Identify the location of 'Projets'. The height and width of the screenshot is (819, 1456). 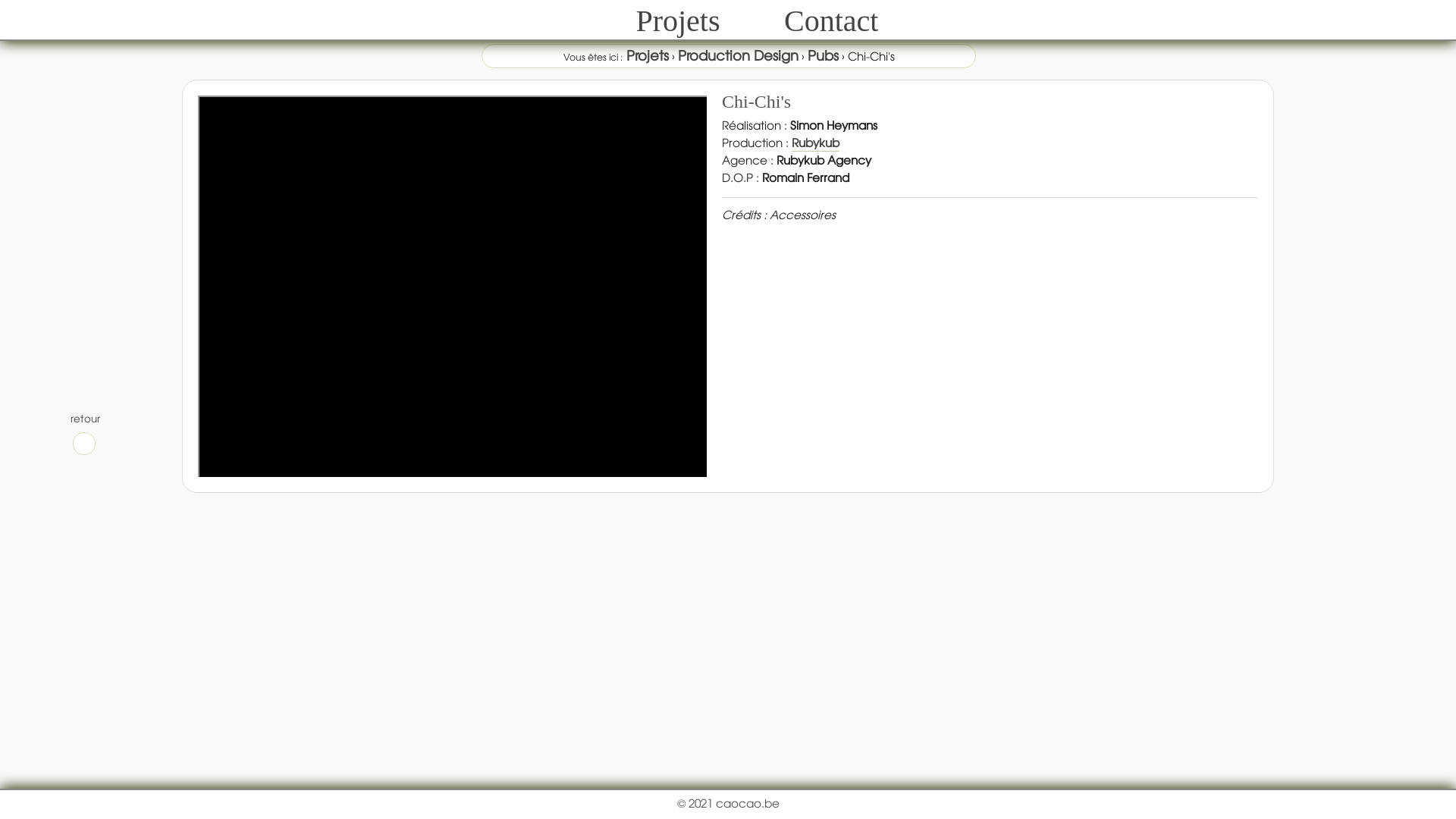
(676, 20).